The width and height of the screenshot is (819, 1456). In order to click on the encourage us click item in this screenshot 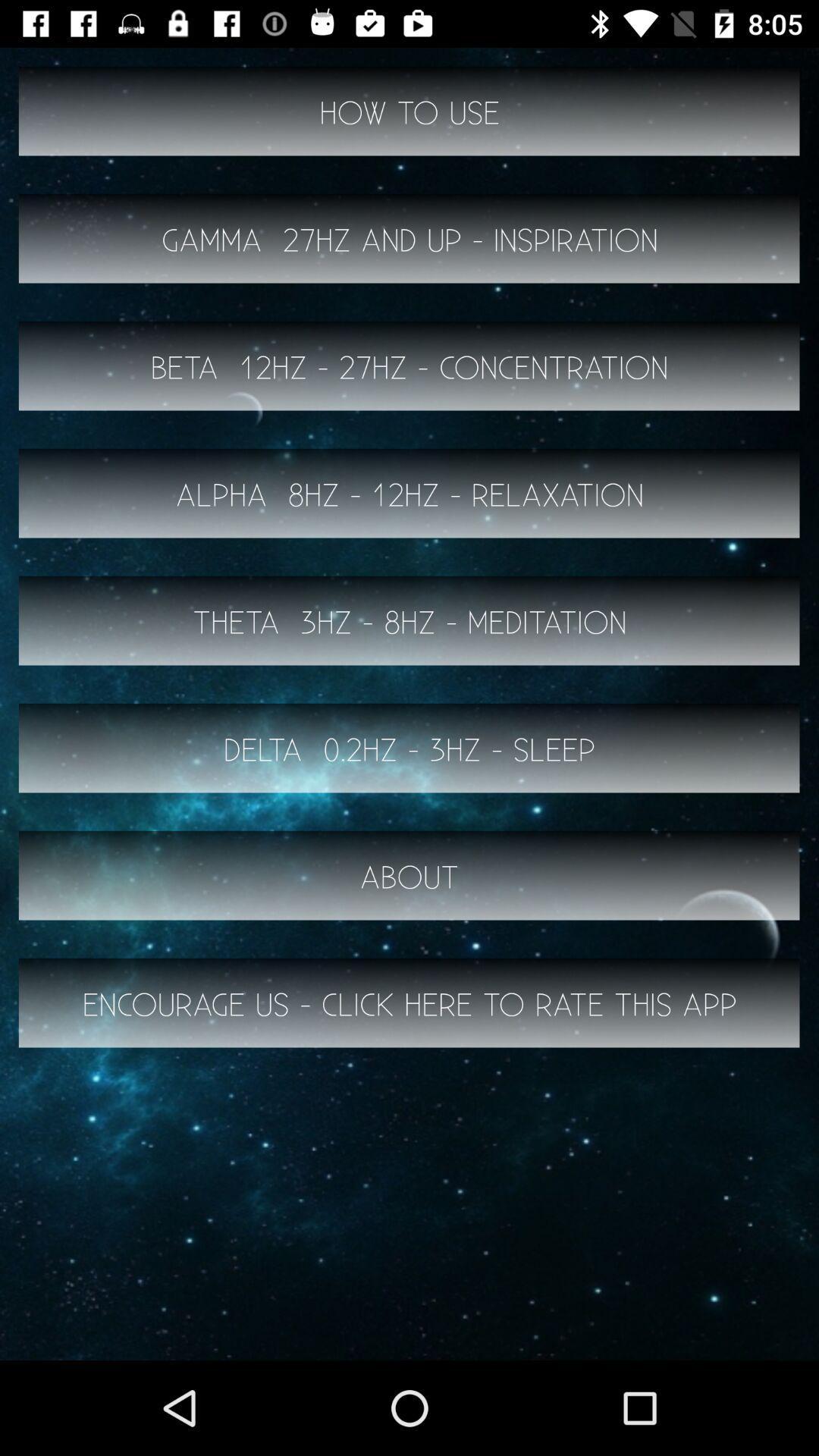, I will do `click(409, 1003)`.